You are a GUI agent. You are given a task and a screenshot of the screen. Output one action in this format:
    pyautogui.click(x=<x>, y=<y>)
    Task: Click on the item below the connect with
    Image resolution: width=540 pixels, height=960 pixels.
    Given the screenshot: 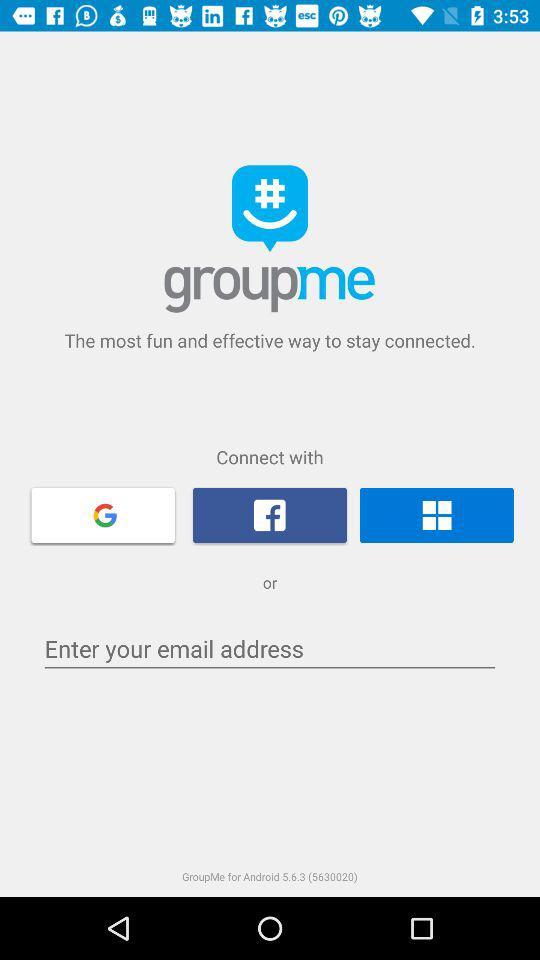 What is the action you would take?
    pyautogui.click(x=435, y=514)
    